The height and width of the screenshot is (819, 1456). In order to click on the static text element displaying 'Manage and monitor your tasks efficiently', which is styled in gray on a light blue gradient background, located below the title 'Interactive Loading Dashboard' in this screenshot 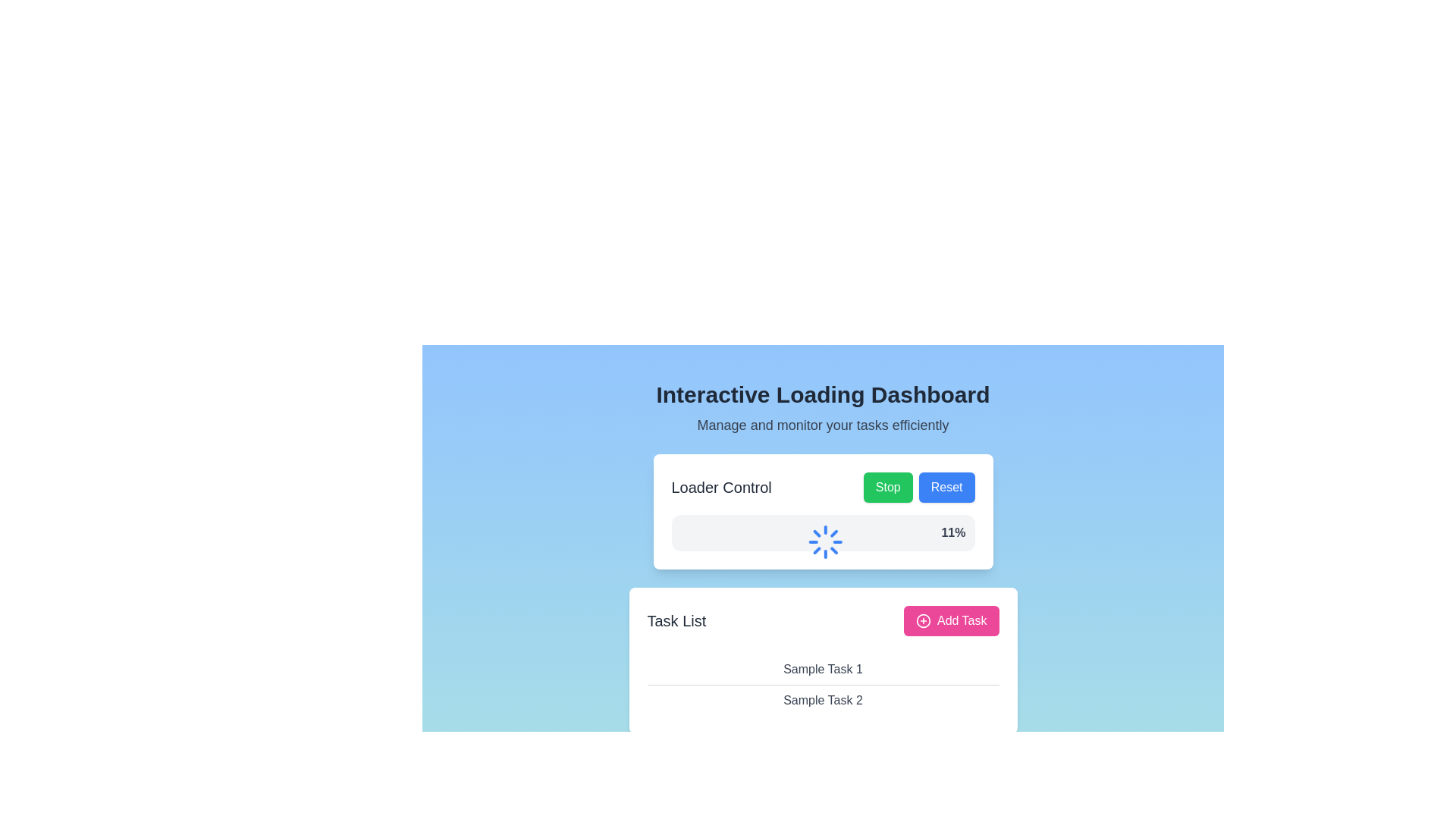, I will do `click(822, 425)`.